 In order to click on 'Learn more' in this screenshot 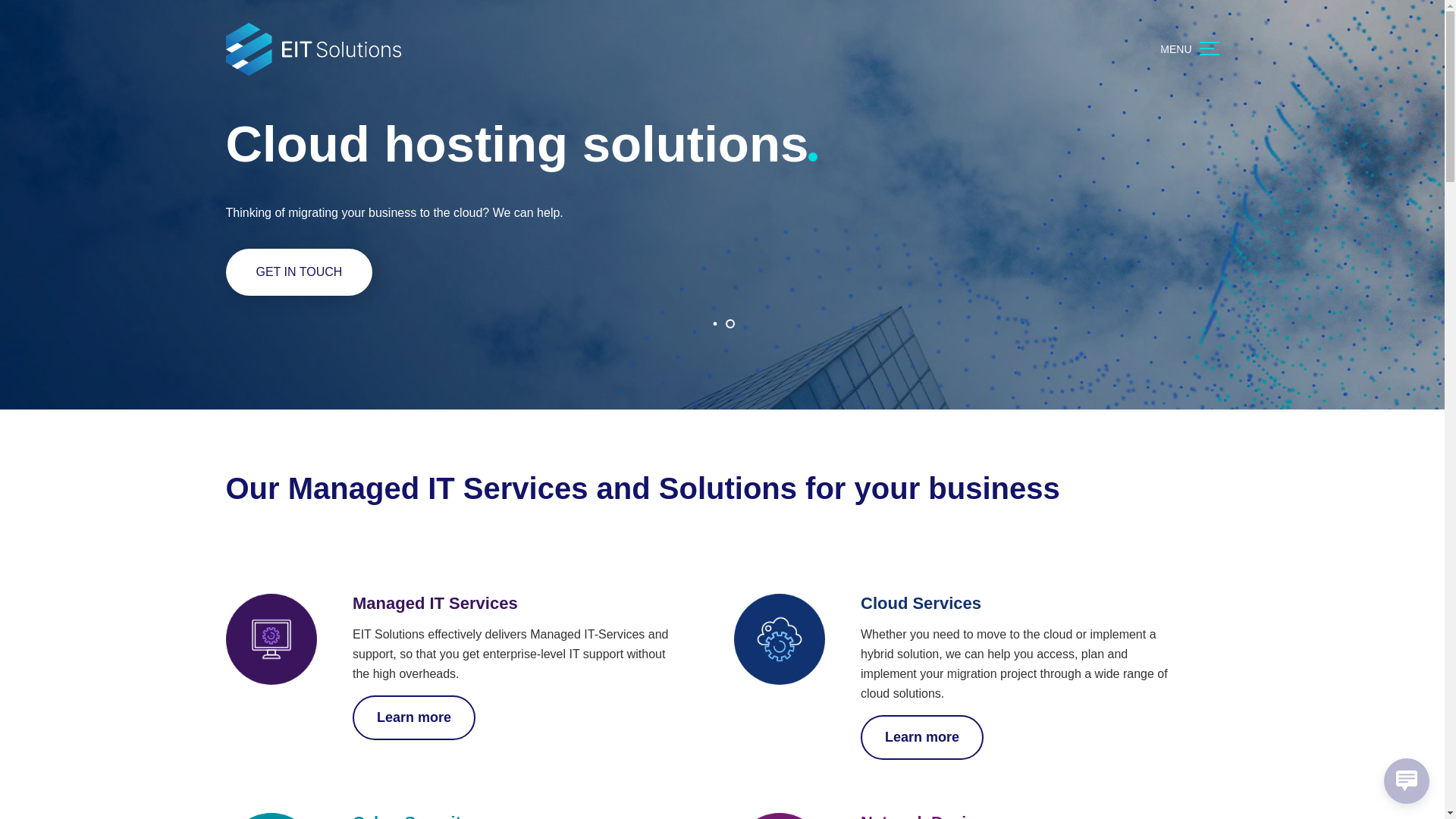, I will do `click(921, 736)`.